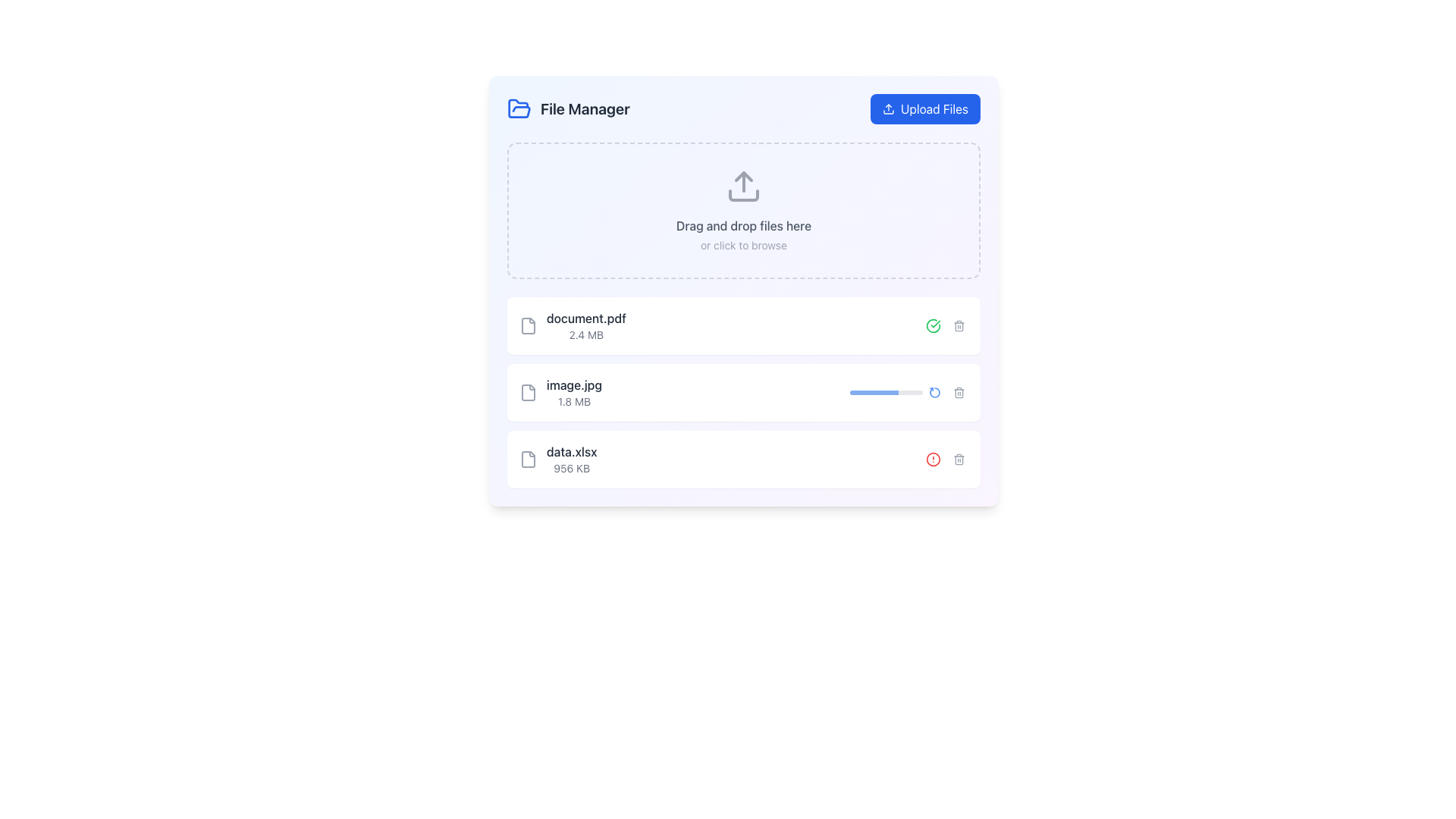 Image resolution: width=1456 pixels, height=819 pixels. I want to click on the text label displaying '956 KB' located directly underneath the filename 'data.xlsx' in the file manager interface for accessibility, so click(571, 467).